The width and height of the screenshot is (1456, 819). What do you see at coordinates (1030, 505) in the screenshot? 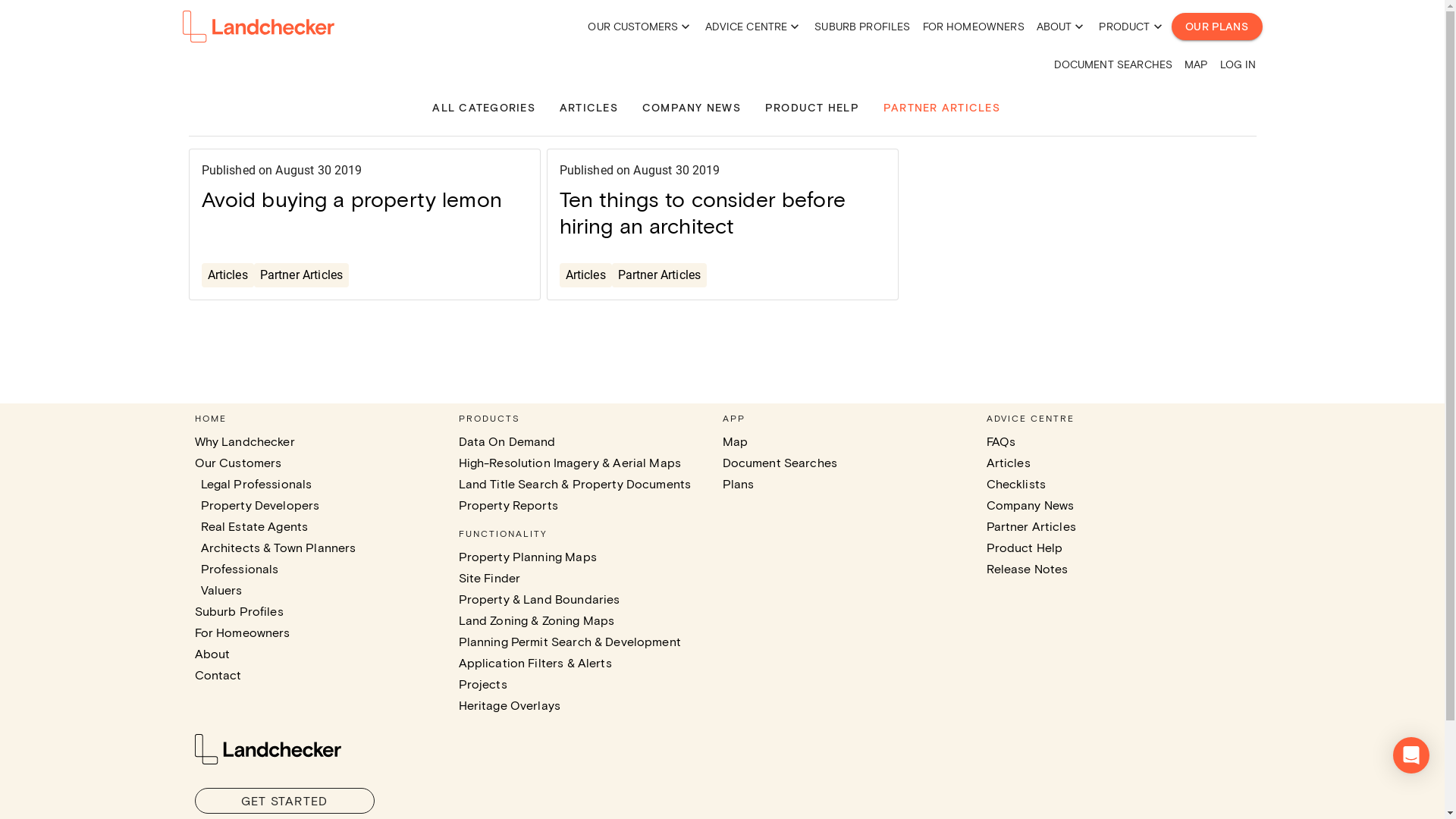
I see `'Company News'` at bounding box center [1030, 505].